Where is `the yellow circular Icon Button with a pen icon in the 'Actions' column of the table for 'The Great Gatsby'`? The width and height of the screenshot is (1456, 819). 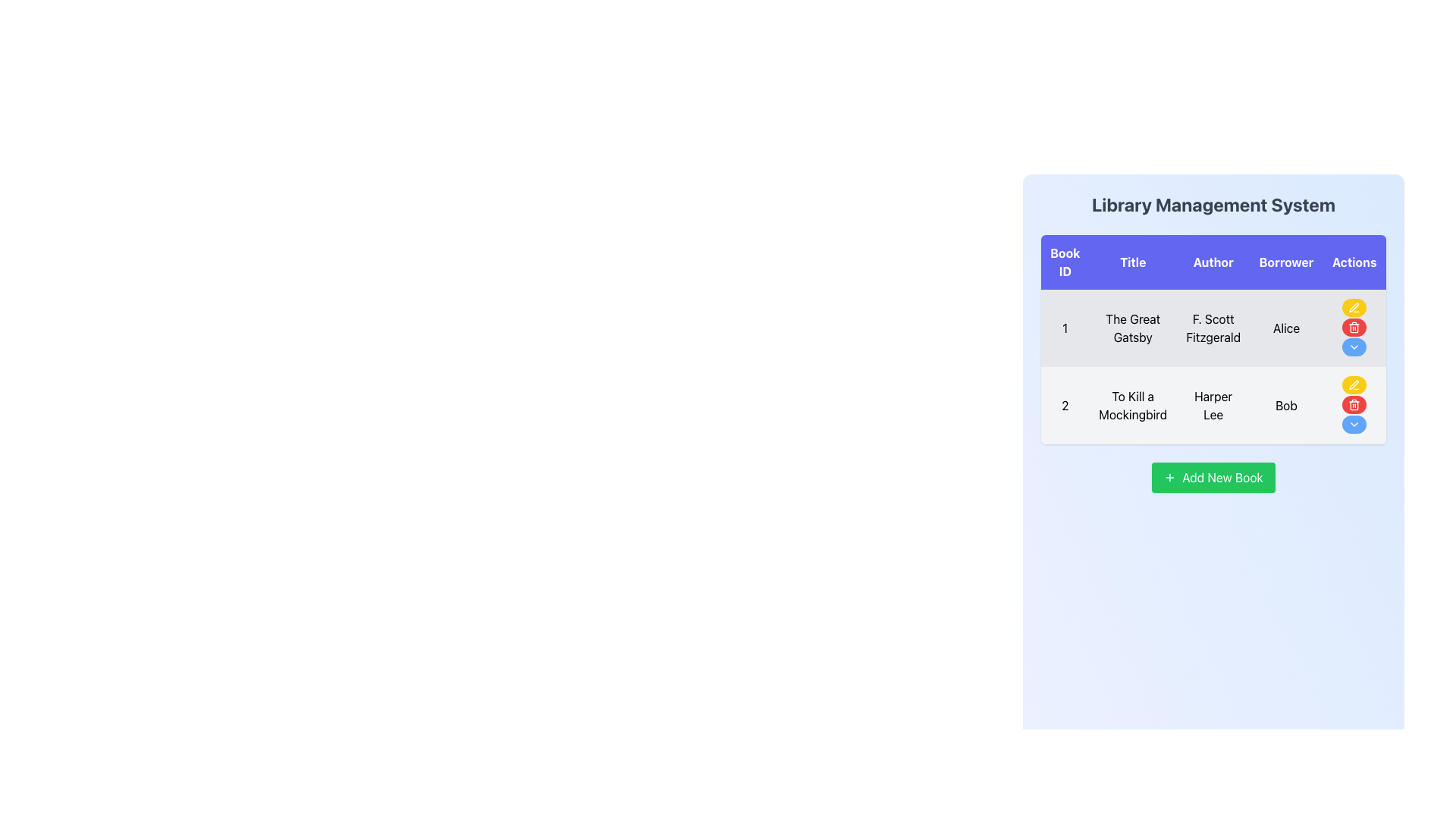
the yellow circular Icon Button with a pen icon in the 'Actions' column of the table for 'The Great Gatsby' is located at coordinates (1354, 307).